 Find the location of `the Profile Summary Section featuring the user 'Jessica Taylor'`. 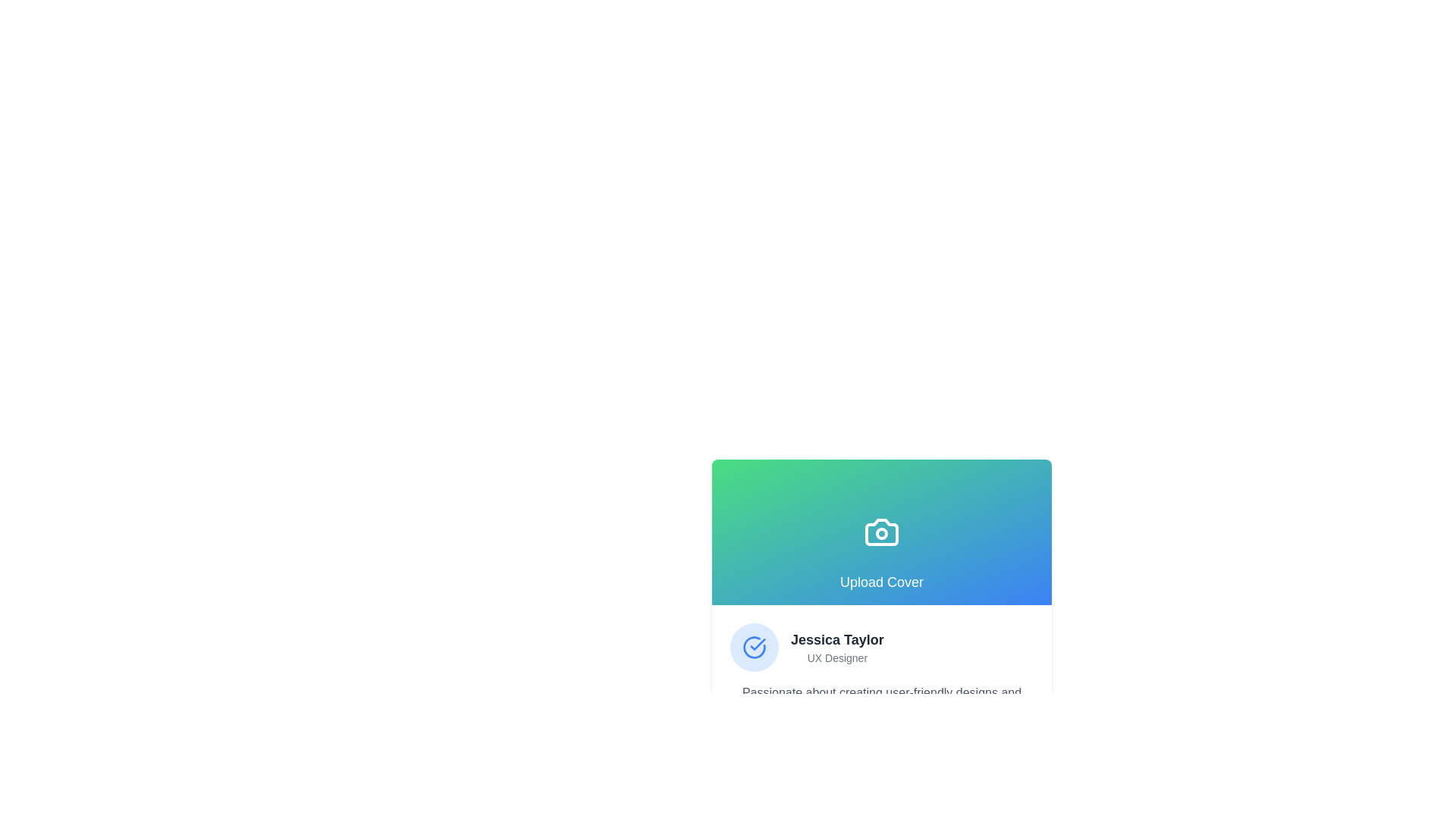

the Profile Summary Section featuring the user 'Jessica Taylor' is located at coordinates (881, 647).